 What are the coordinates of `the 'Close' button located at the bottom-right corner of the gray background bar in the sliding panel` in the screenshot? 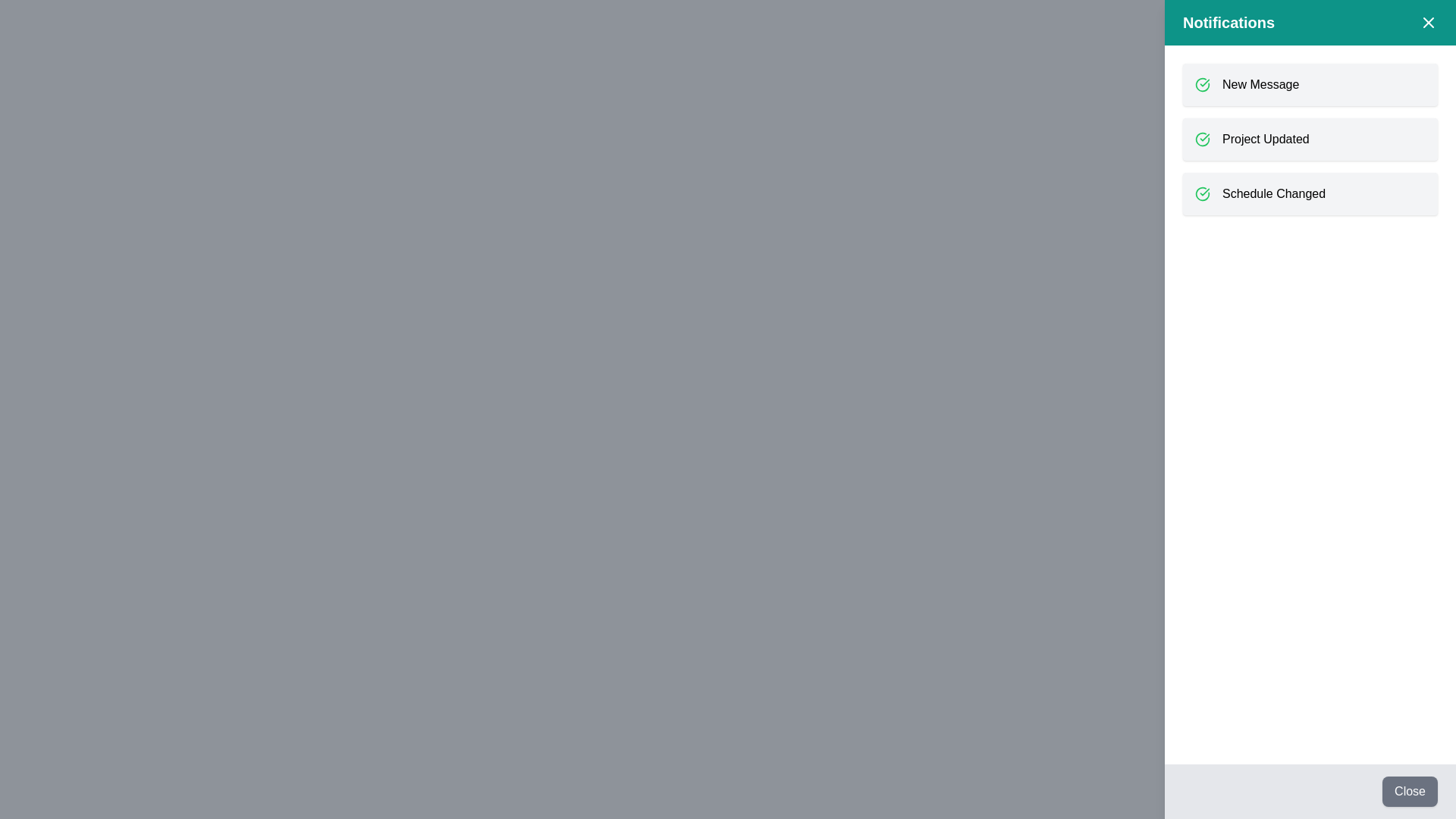 It's located at (1409, 791).